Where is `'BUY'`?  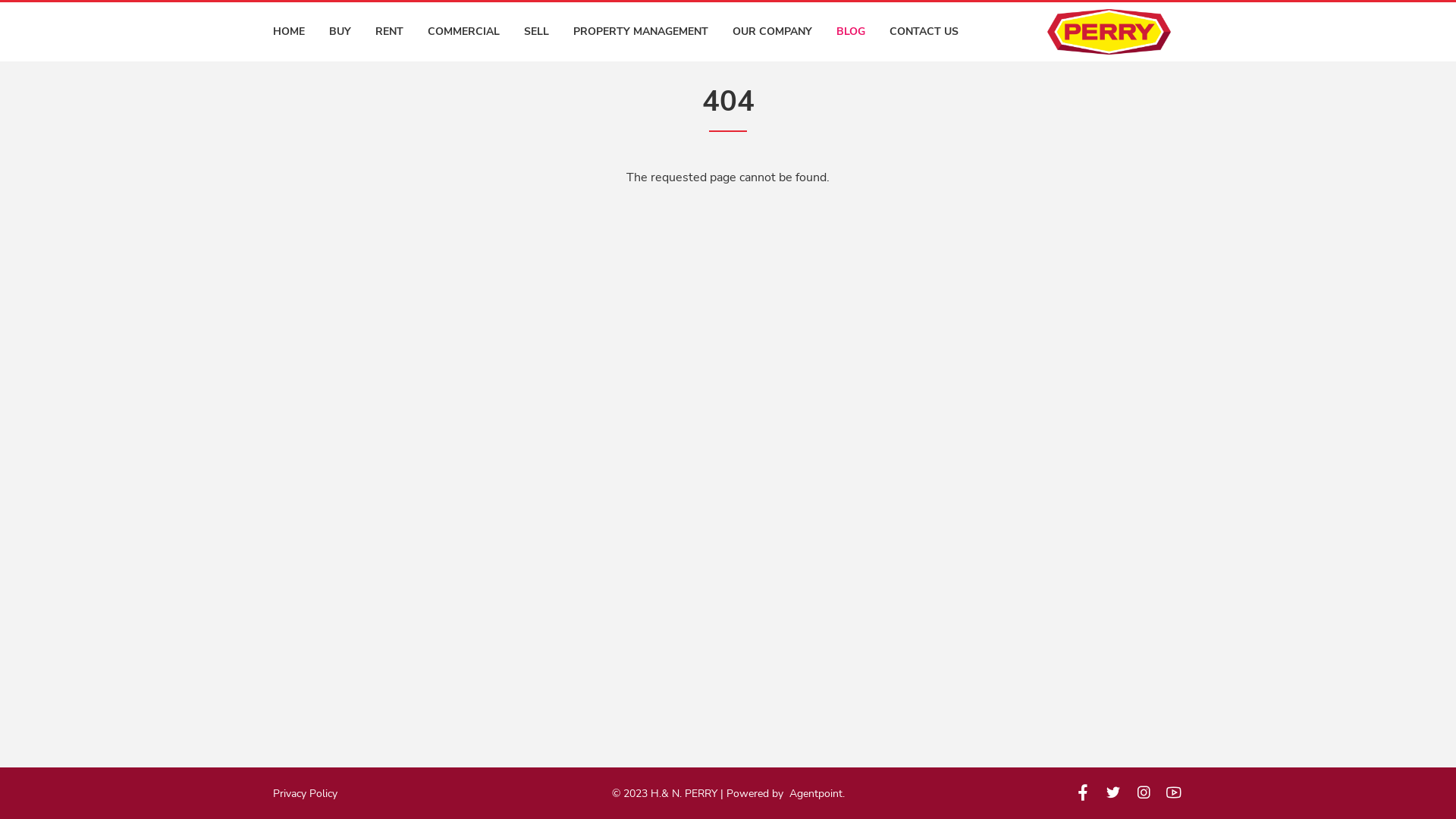
'BUY' is located at coordinates (339, 32).